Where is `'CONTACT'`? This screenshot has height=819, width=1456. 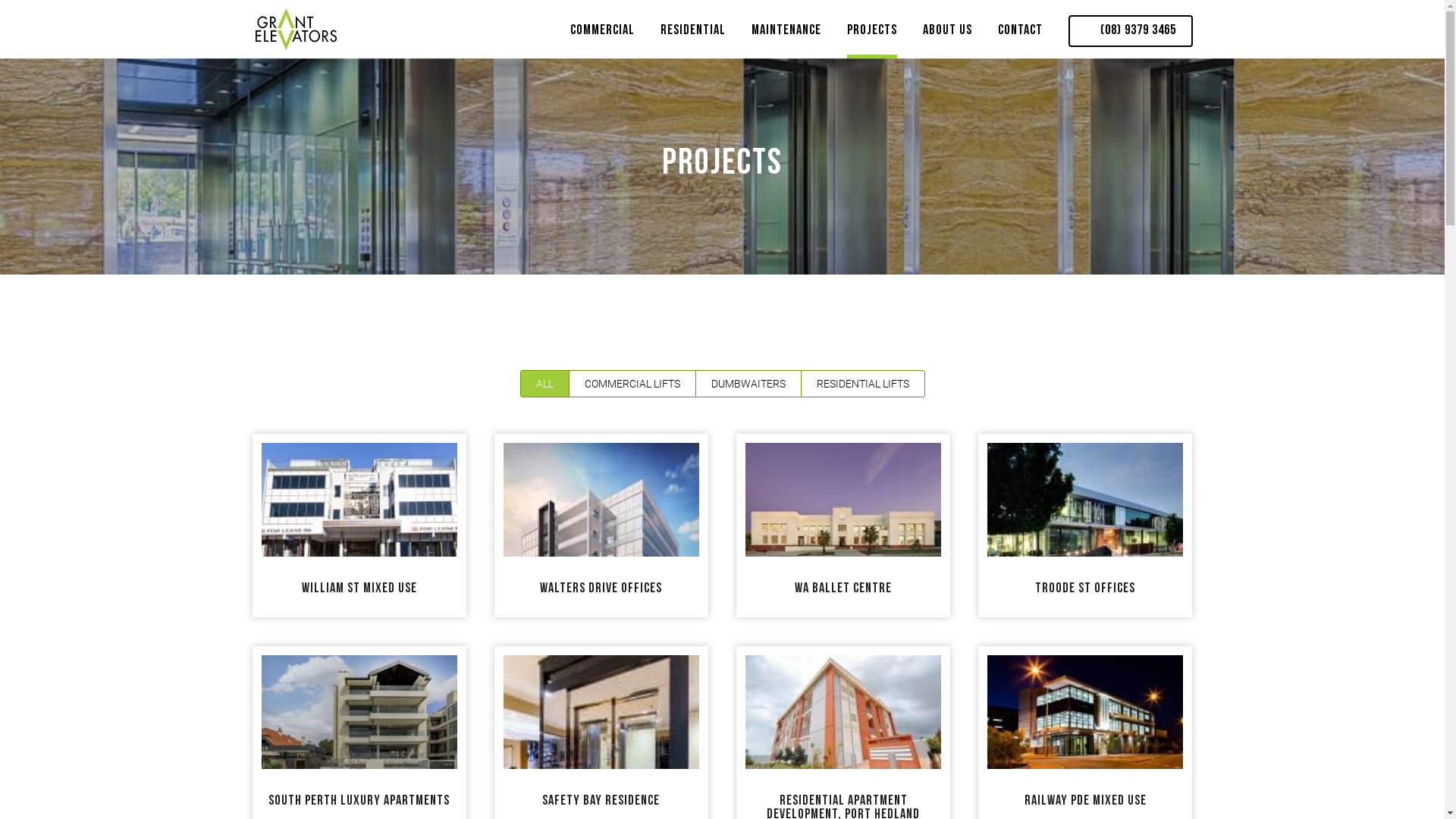
'CONTACT' is located at coordinates (997, 34).